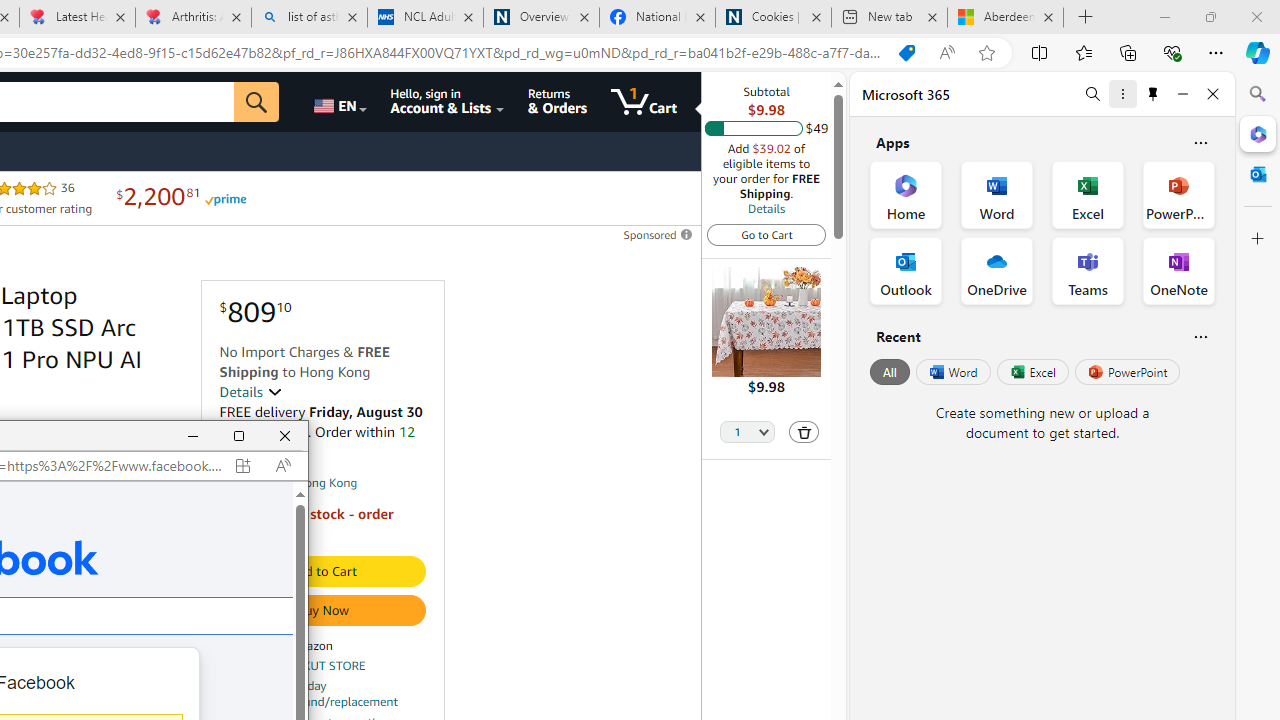 The image size is (1280, 720). What do you see at coordinates (1178, 195) in the screenshot?
I see `'PowerPoint Office App'` at bounding box center [1178, 195].